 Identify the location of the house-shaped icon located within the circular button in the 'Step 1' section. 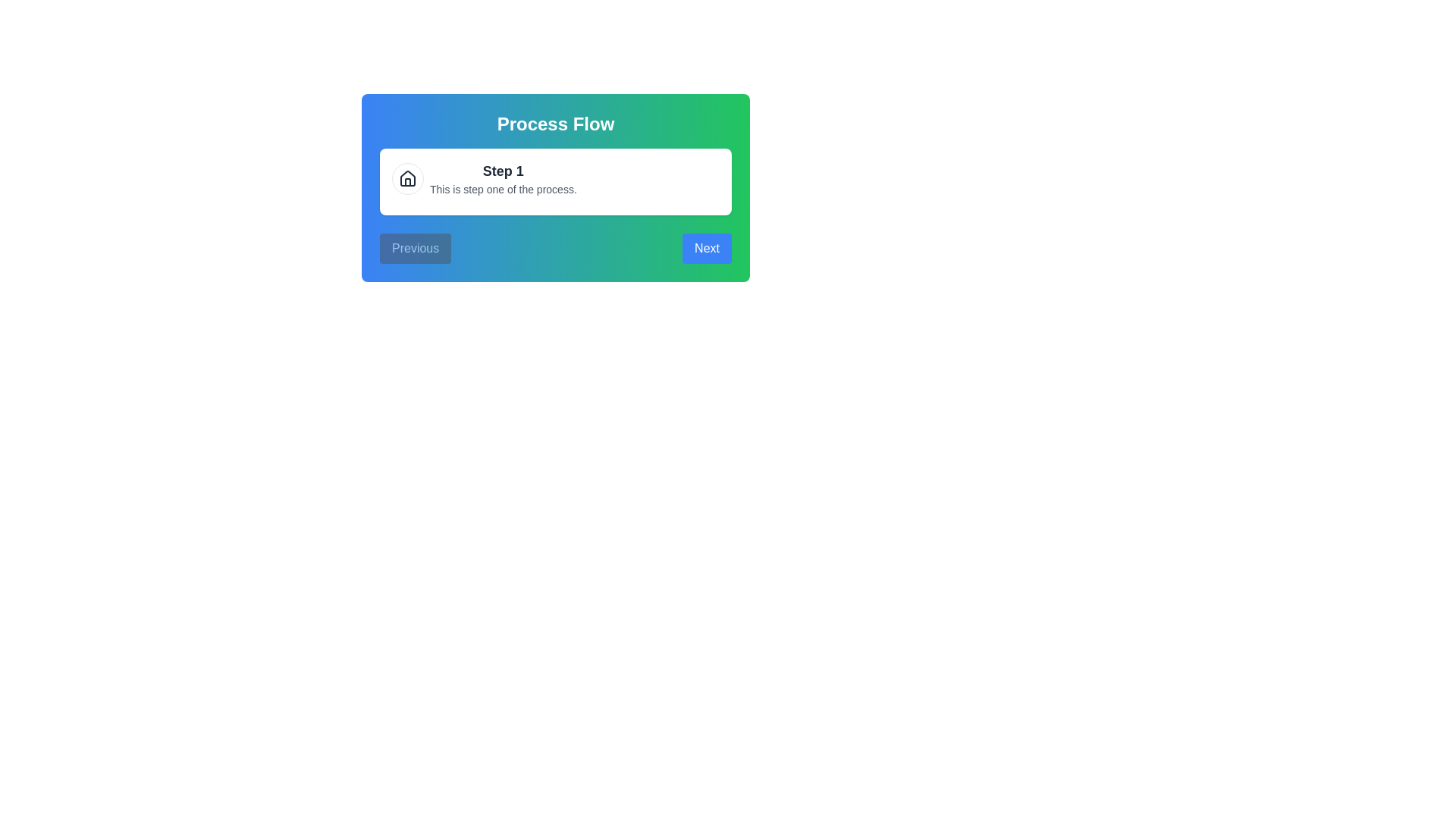
(407, 177).